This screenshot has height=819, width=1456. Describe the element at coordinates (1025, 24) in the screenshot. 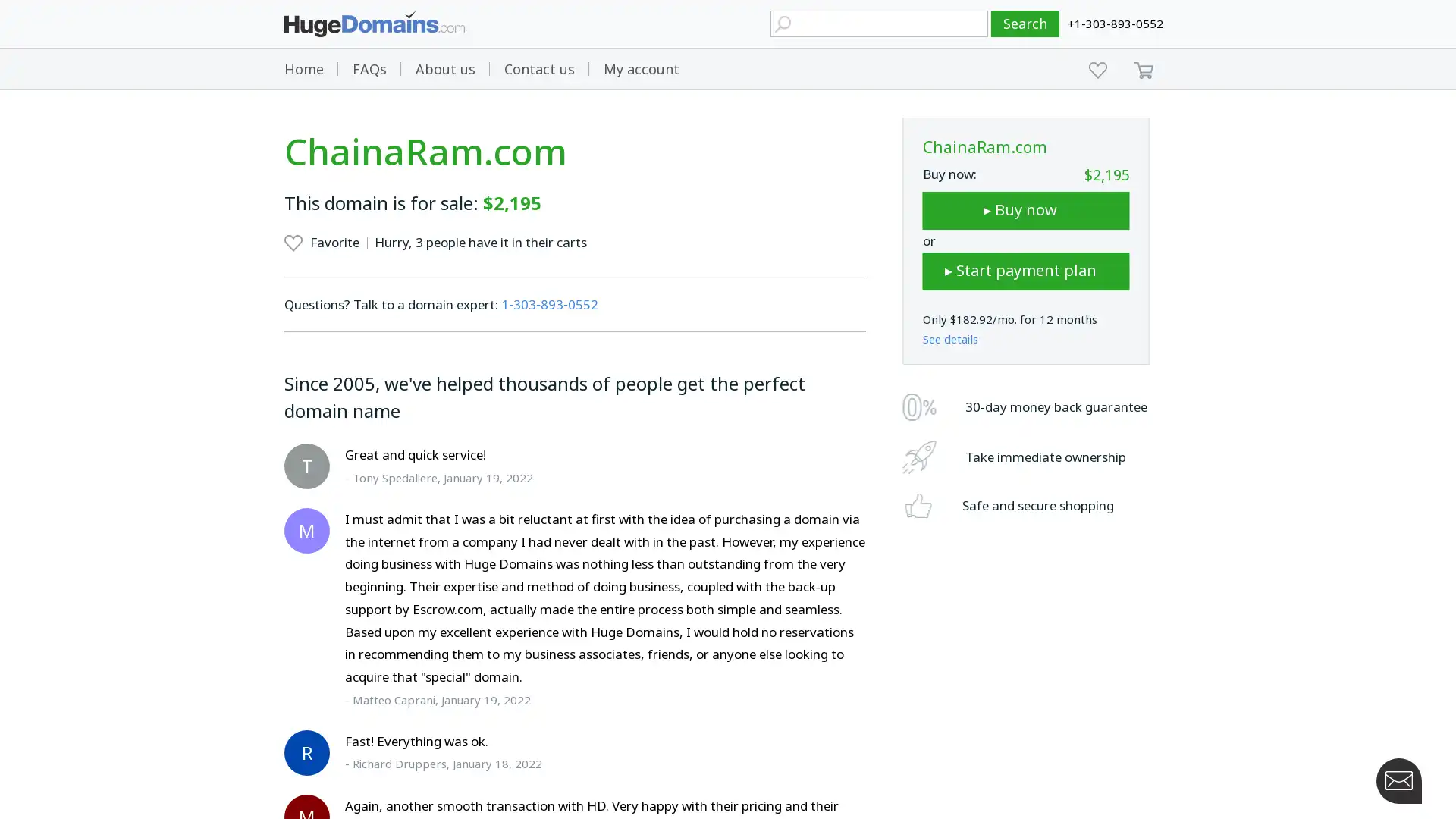

I see `Search` at that location.